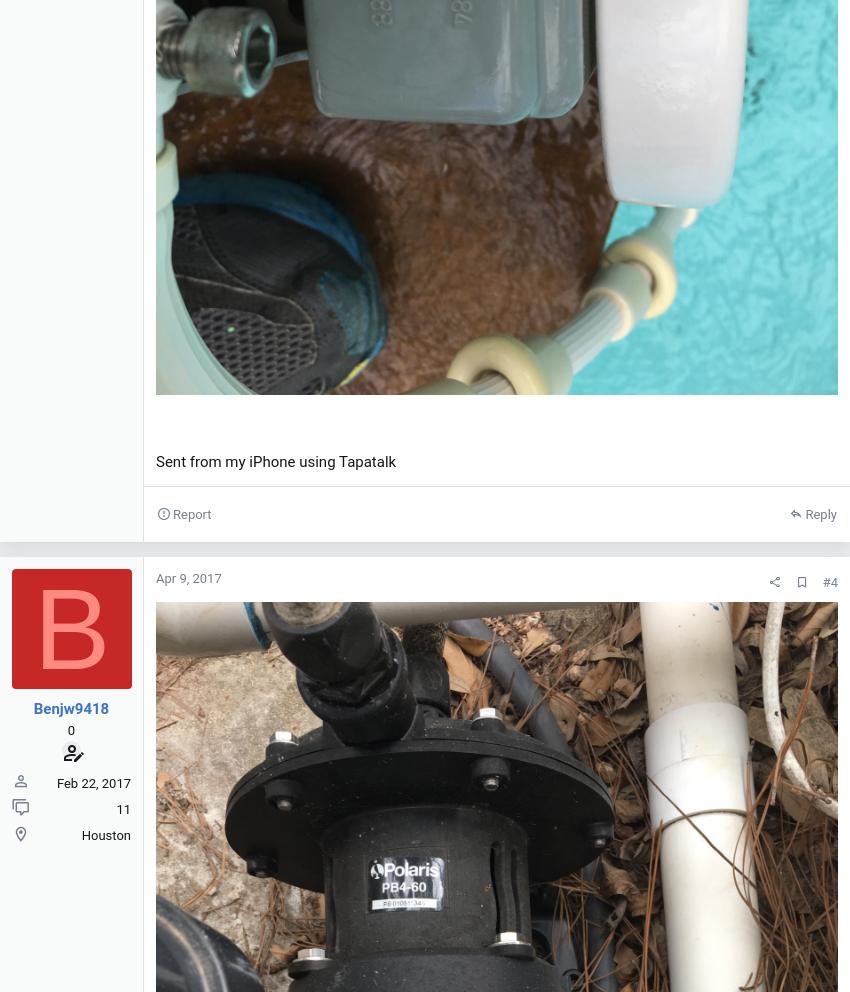 The width and height of the screenshot is (850, 992). Describe the element at coordinates (115, 808) in the screenshot. I see `'11'` at that location.